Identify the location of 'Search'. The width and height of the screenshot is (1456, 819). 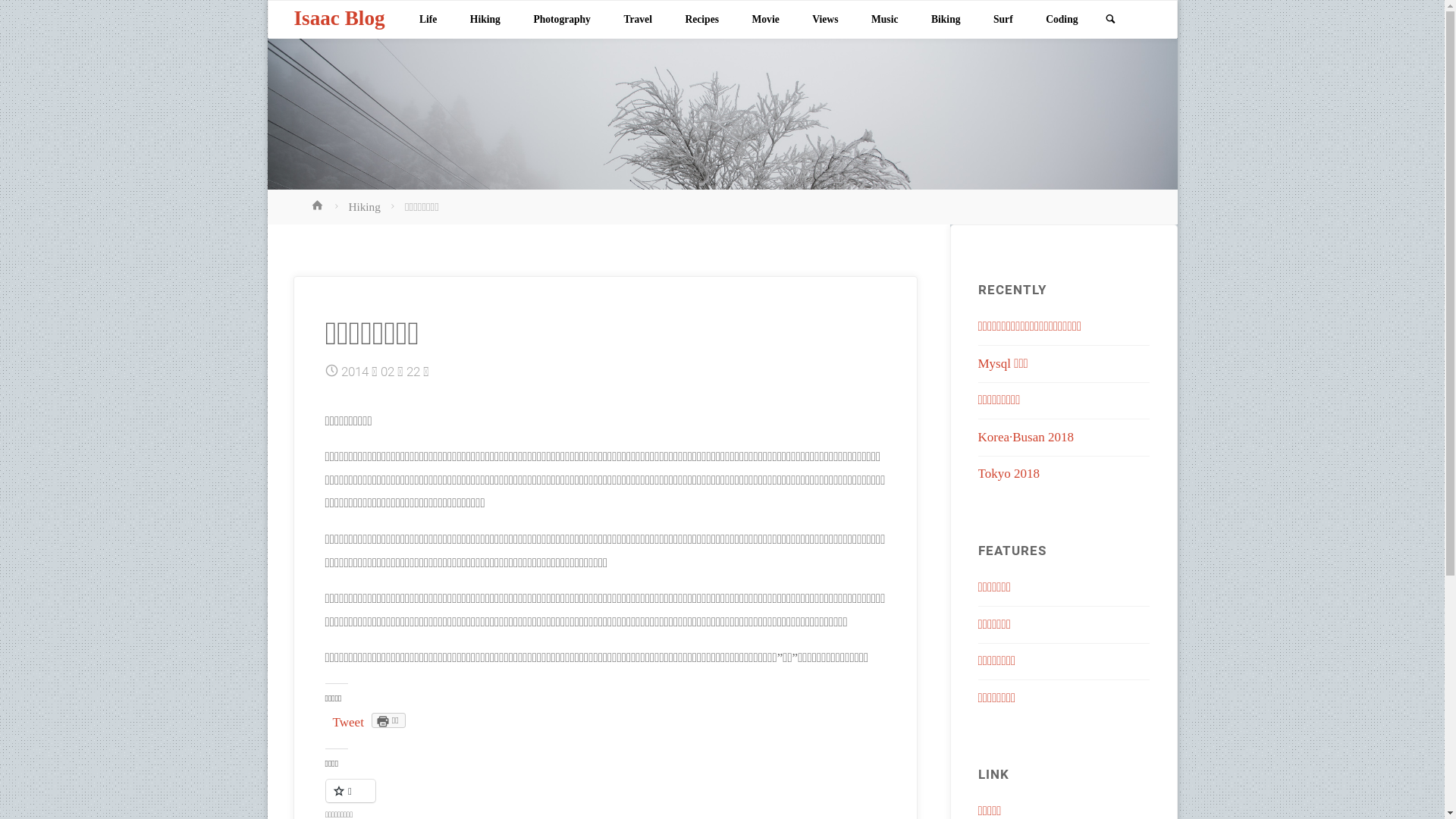
(1110, 20).